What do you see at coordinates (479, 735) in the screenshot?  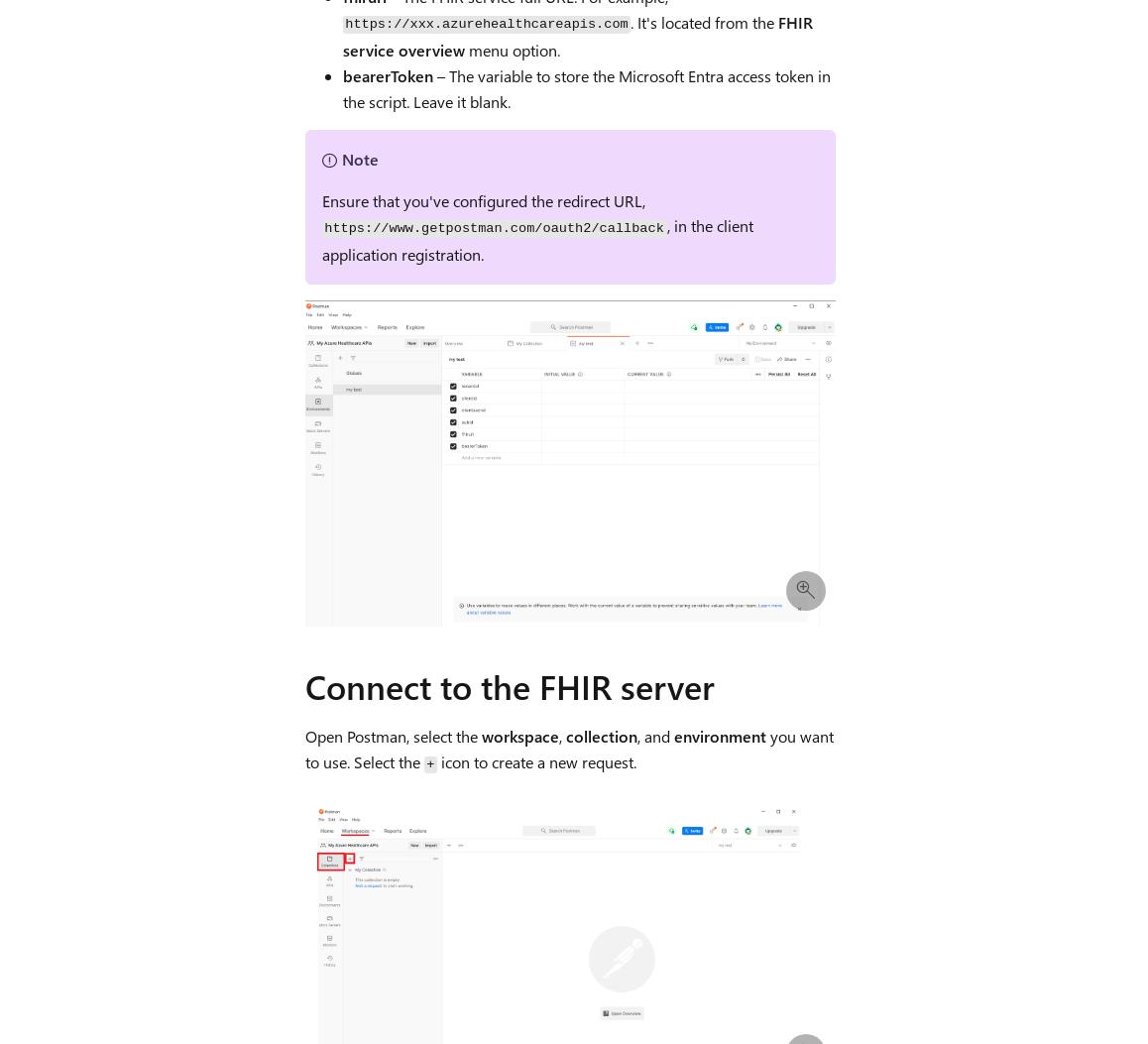 I see `'workspace'` at bounding box center [479, 735].